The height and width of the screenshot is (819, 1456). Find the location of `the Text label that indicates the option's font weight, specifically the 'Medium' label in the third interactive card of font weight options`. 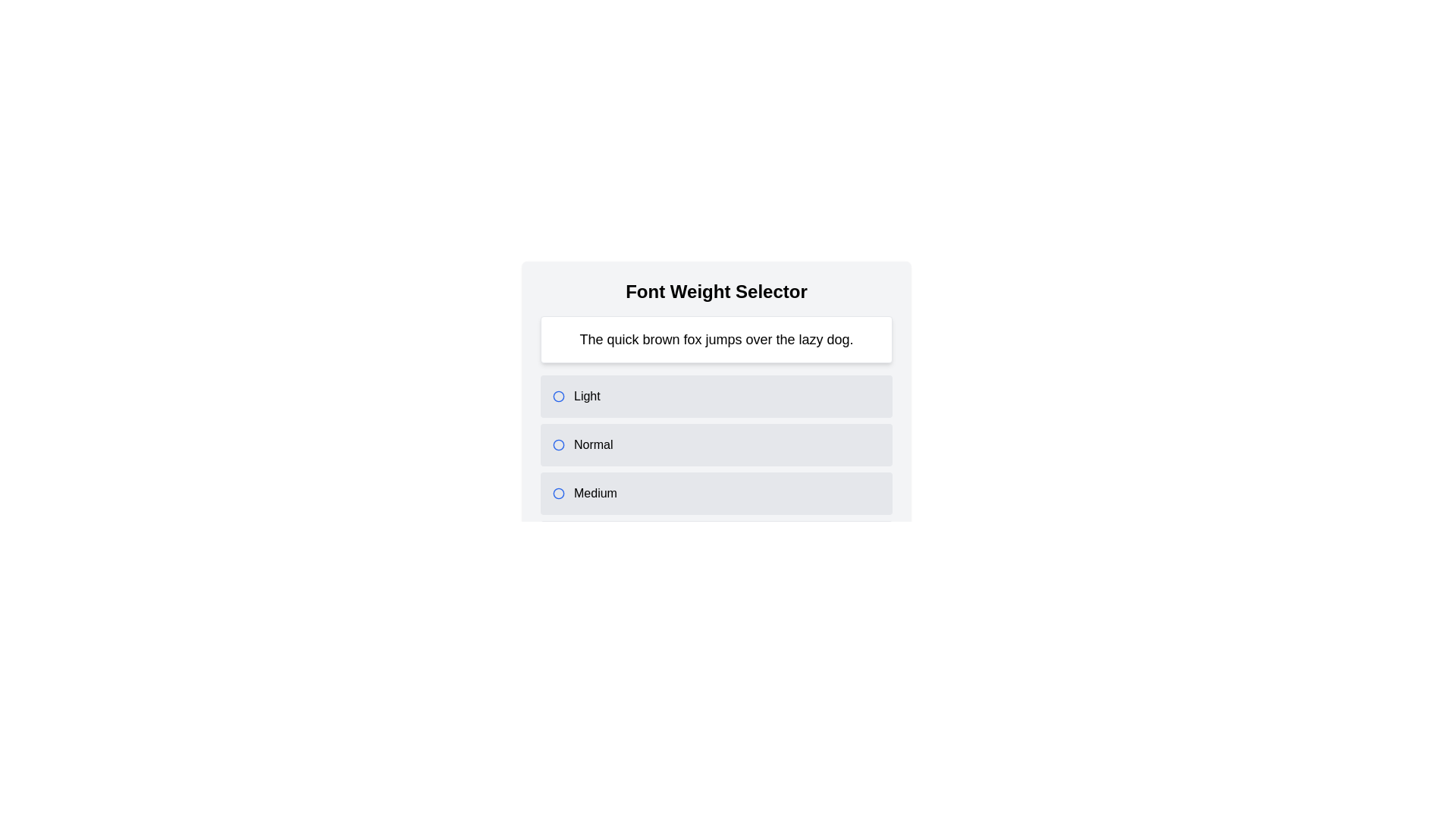

the Text label that indicates the option's font weight, specifically the 'Medium' label in the third interactive card of font weight options is located at coordinates (595, 494).